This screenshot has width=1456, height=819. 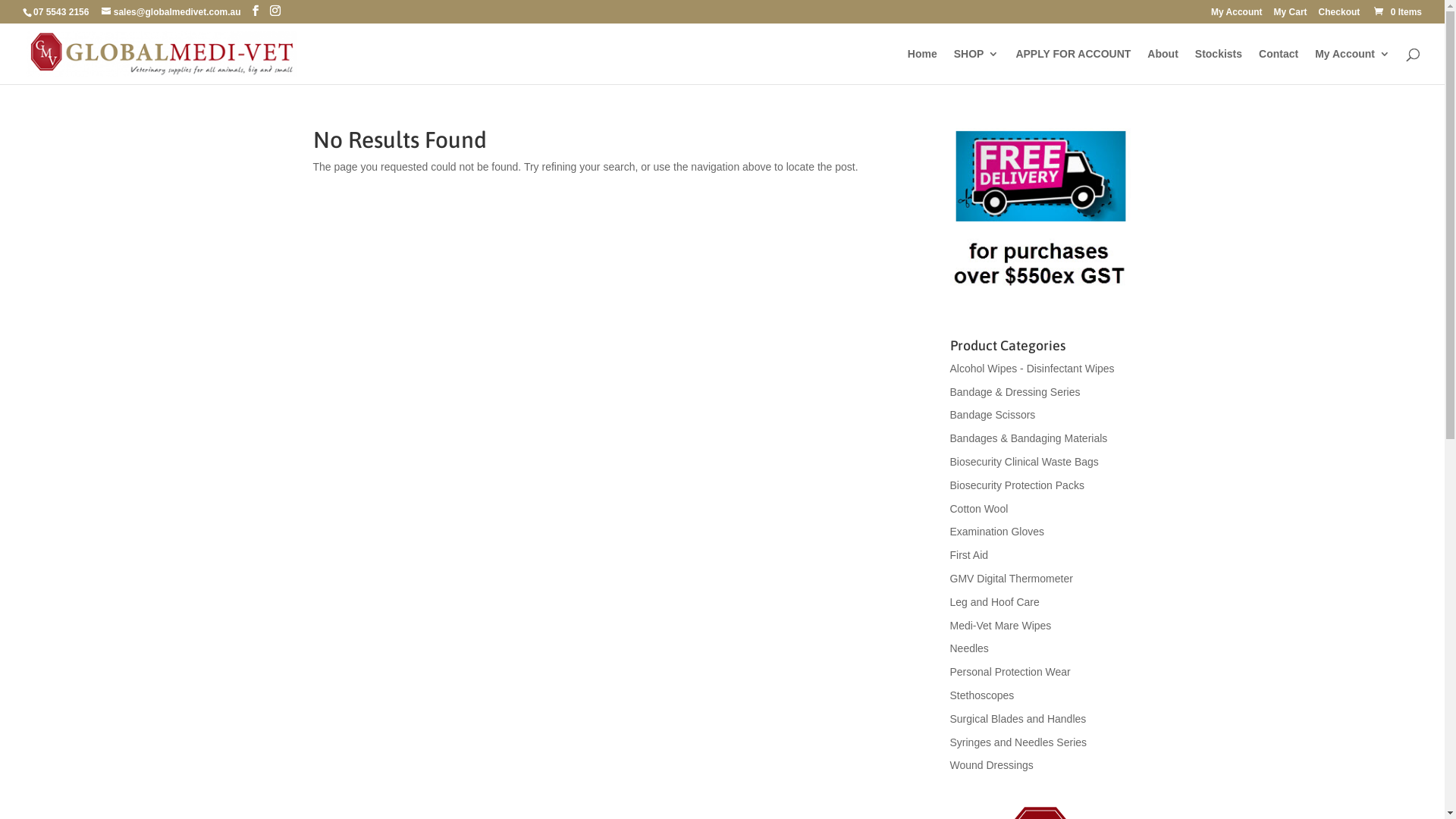 What do you see at coordinates (1009, 671) in the screenshot?
I see `'Personal Protection Wear'` at bounding box center [1009, 671].